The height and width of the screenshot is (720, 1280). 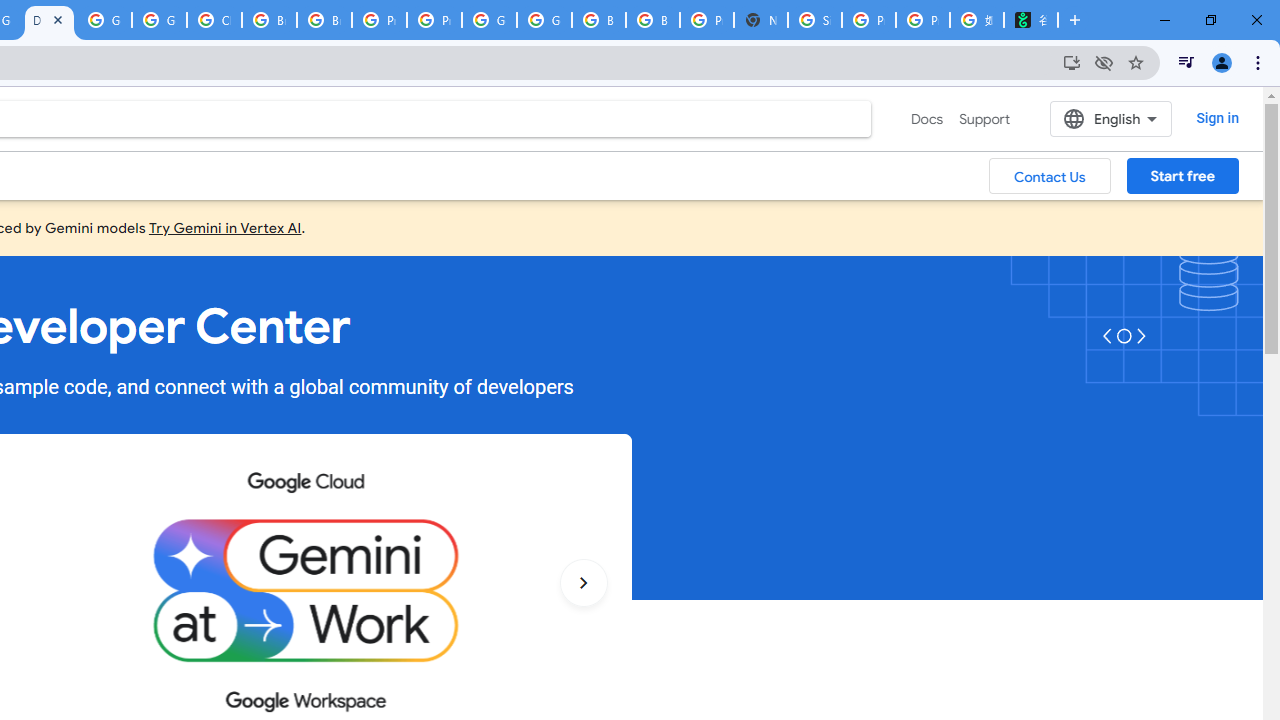 I want to click on 'English', so click(x=1110, y=118).